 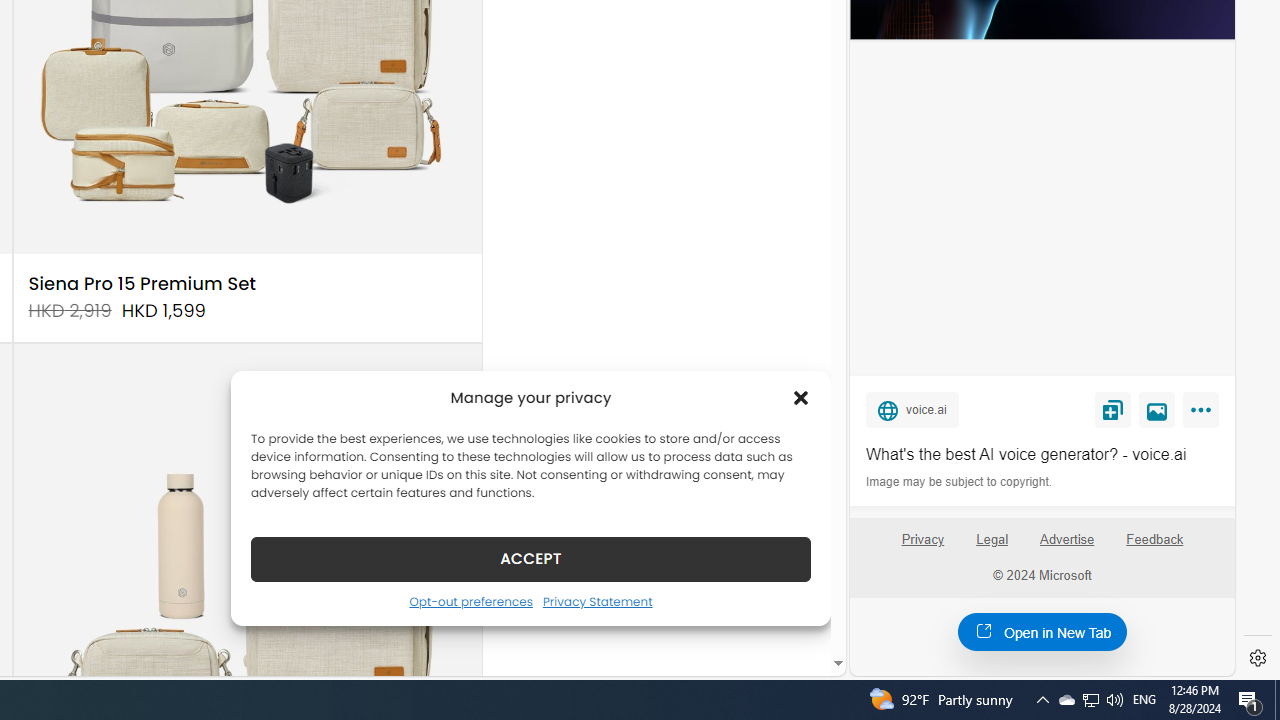 What do you see at coordinates (1111, 408) in the screenshot?
I see `'Save'` at bounding box center [1111, 408].